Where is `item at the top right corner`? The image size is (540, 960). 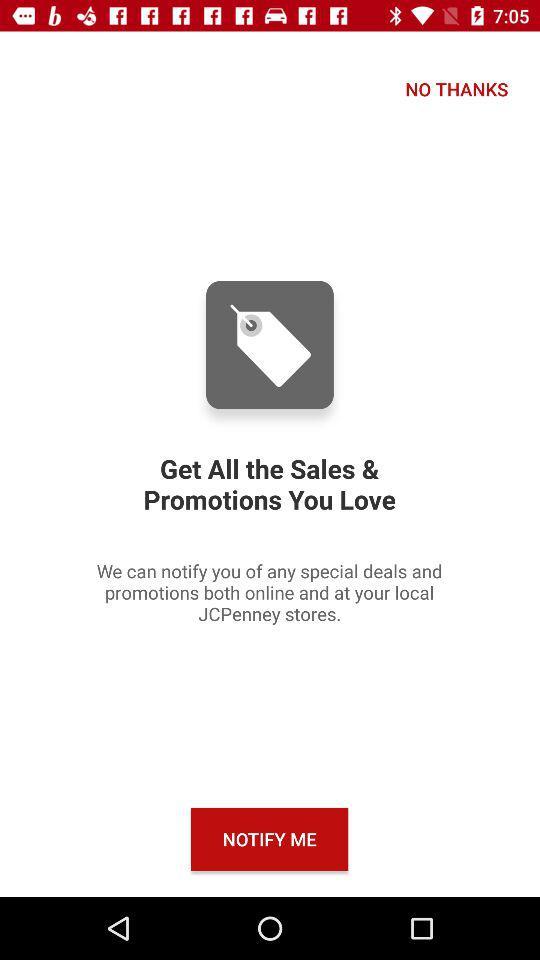
item at the top right corner is located at coordinates (456, 89).